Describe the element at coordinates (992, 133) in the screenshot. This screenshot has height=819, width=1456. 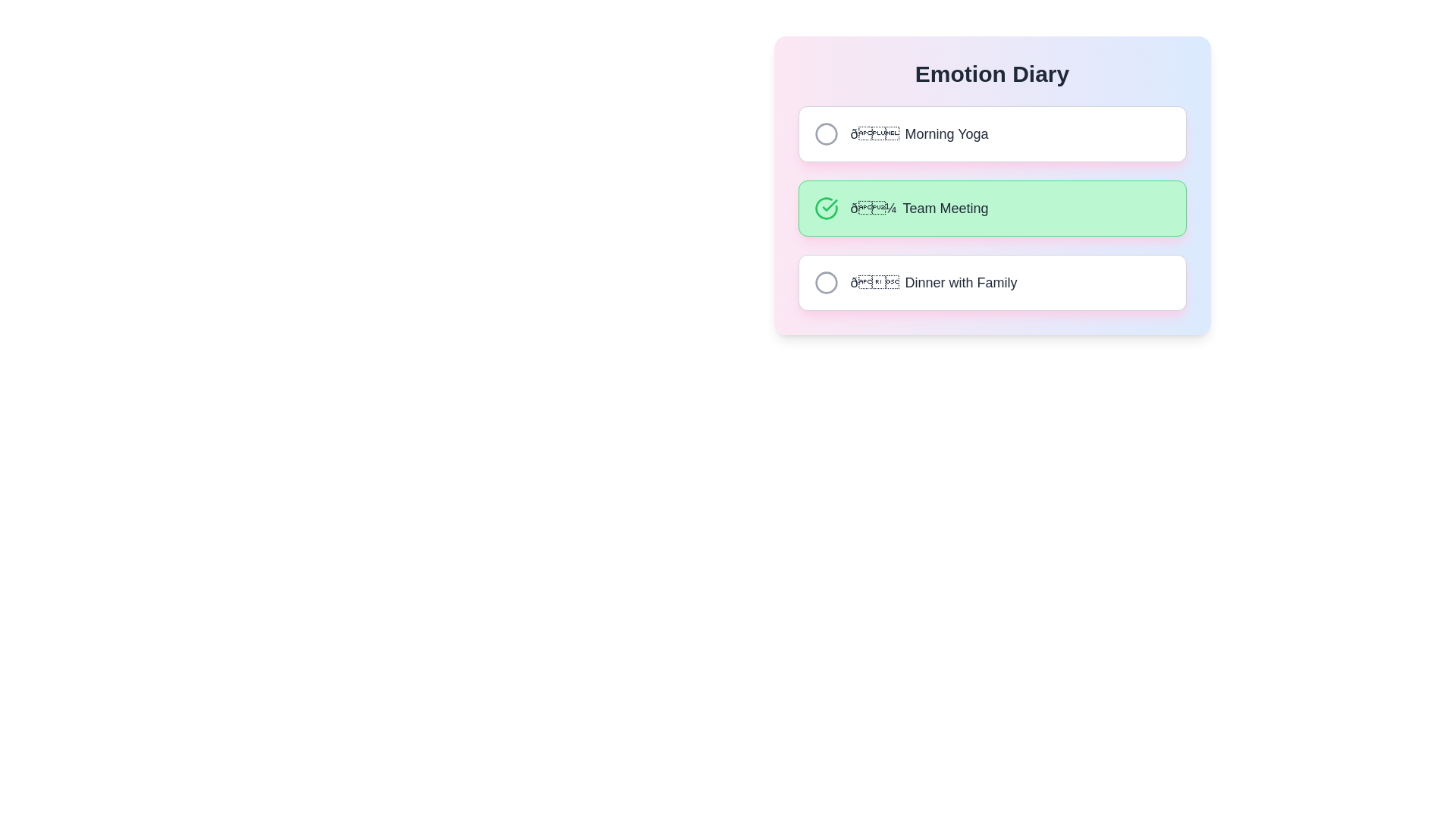
I see `the entry corresponding to Morning Yoga` at that location.